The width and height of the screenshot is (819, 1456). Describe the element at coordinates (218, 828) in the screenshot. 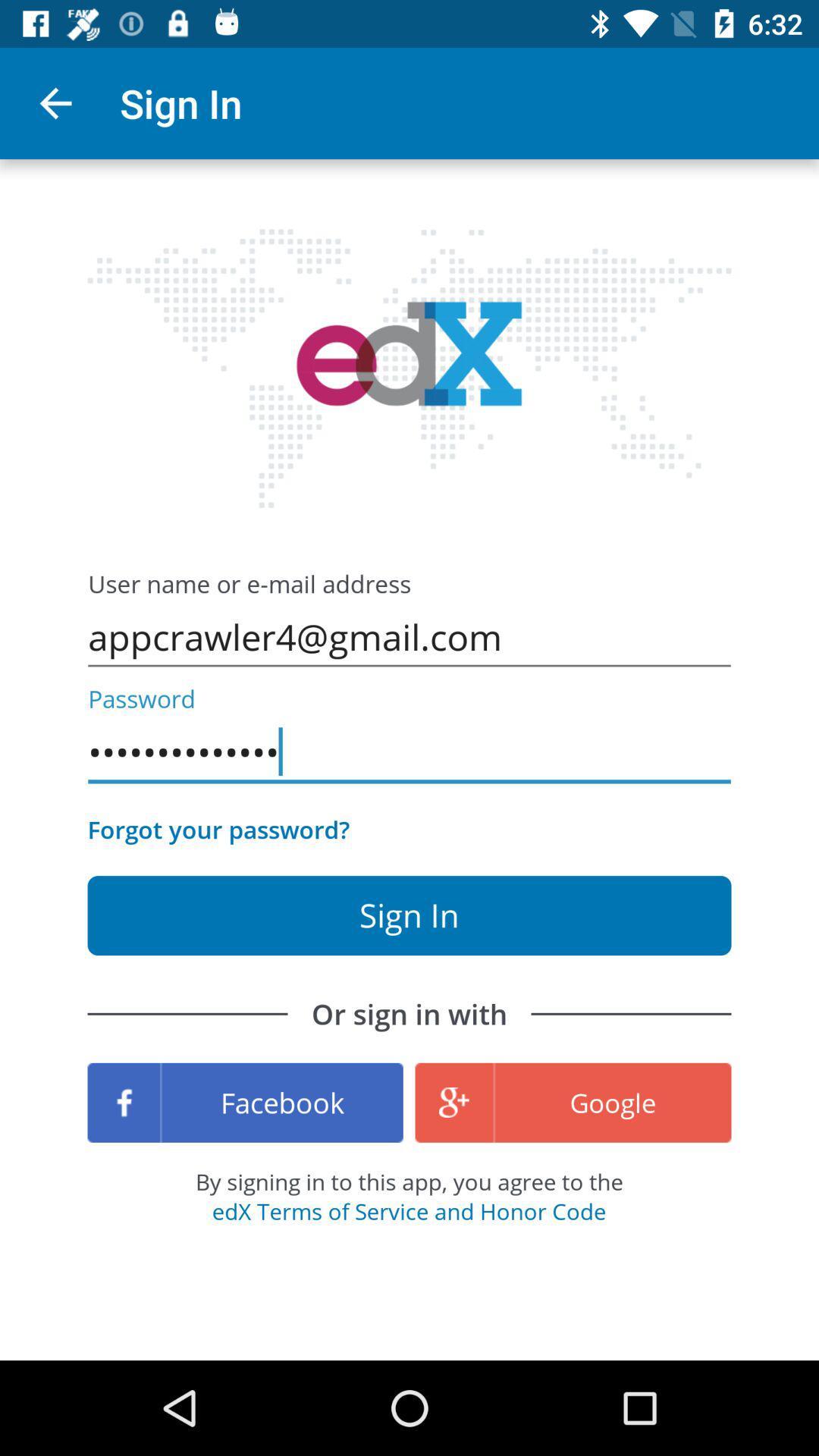

I see `forgot your password? icon` at that location.